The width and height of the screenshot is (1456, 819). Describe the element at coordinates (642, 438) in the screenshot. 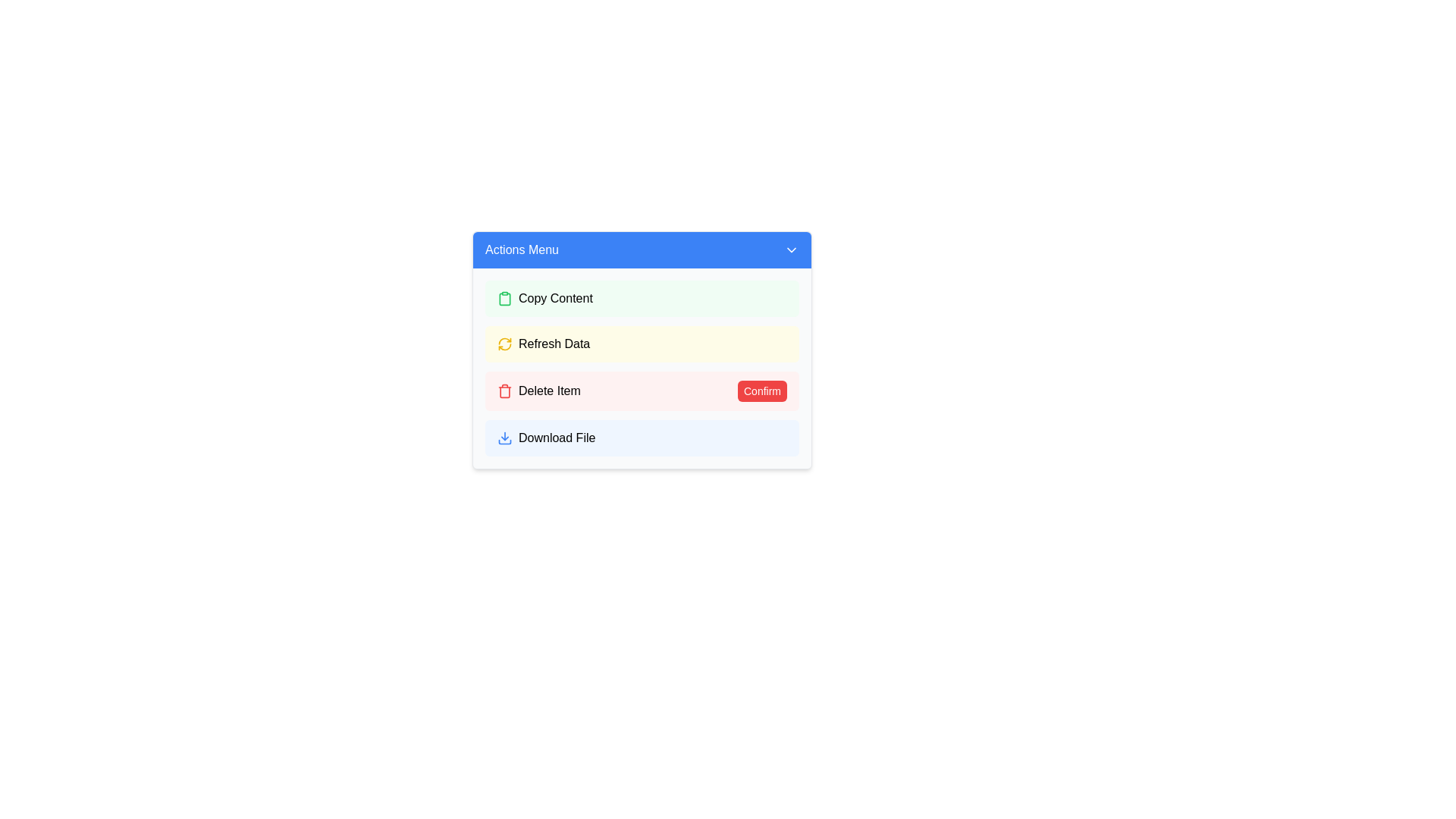

I see `the fourth button in the 'Actions Menu' to initiate the download process` at that location.